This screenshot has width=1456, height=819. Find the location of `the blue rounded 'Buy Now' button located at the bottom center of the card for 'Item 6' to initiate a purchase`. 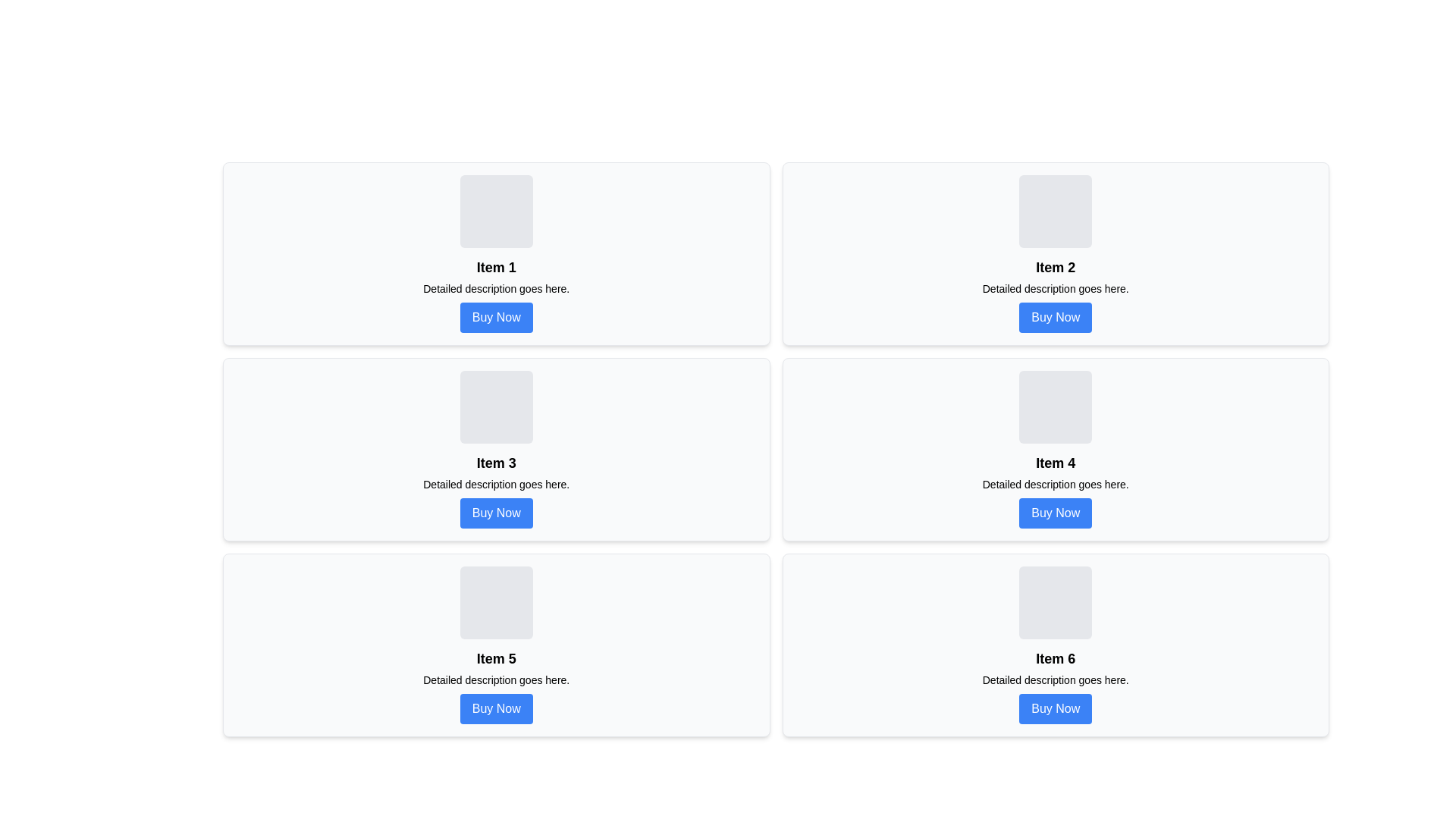

the blue rounded 'Buy Now' button located at the bottom center of the card for 'Item 6' to initiate a purchase is located at coordinates (1055, 708).